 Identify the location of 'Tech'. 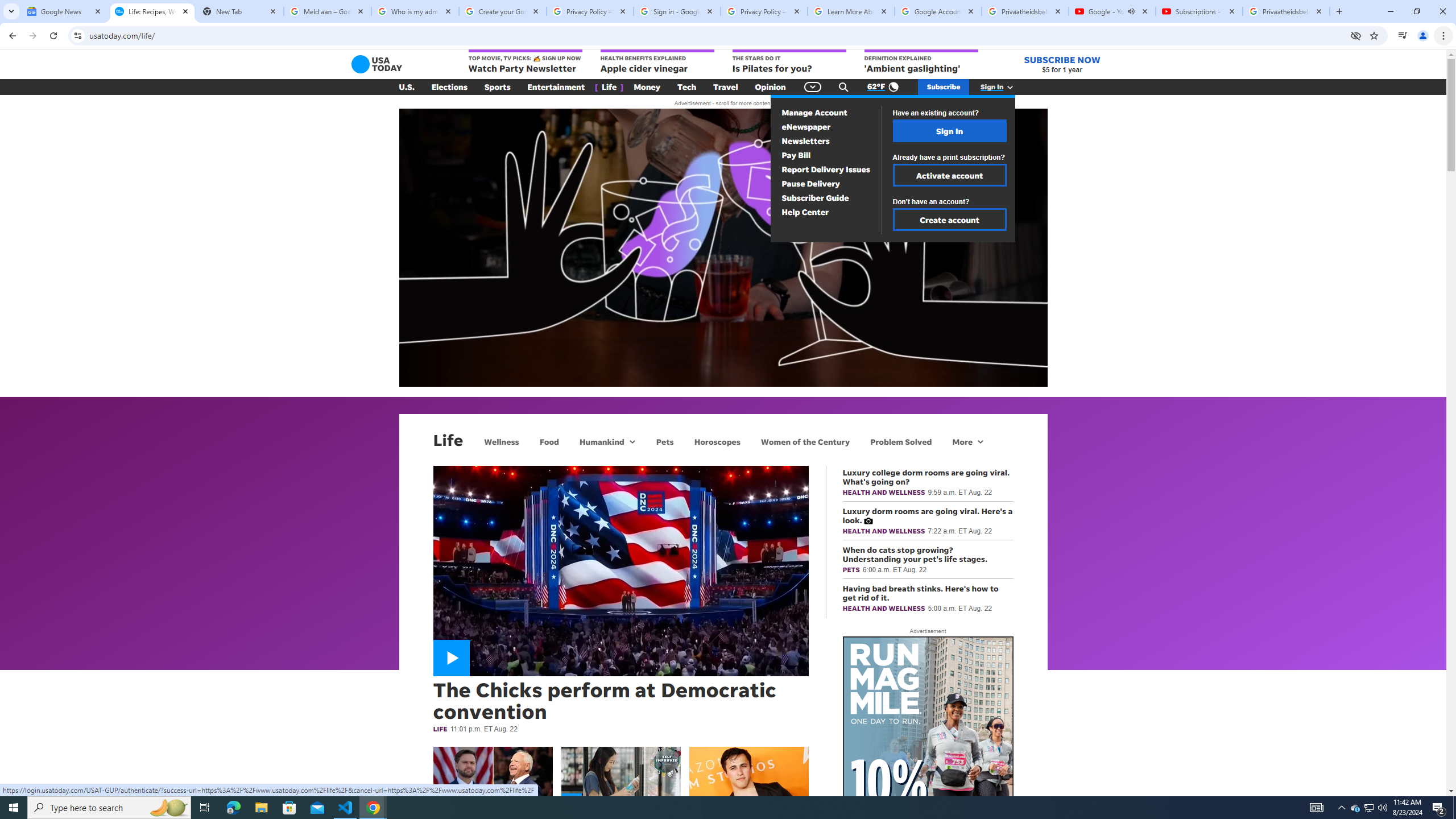
(686, 87).